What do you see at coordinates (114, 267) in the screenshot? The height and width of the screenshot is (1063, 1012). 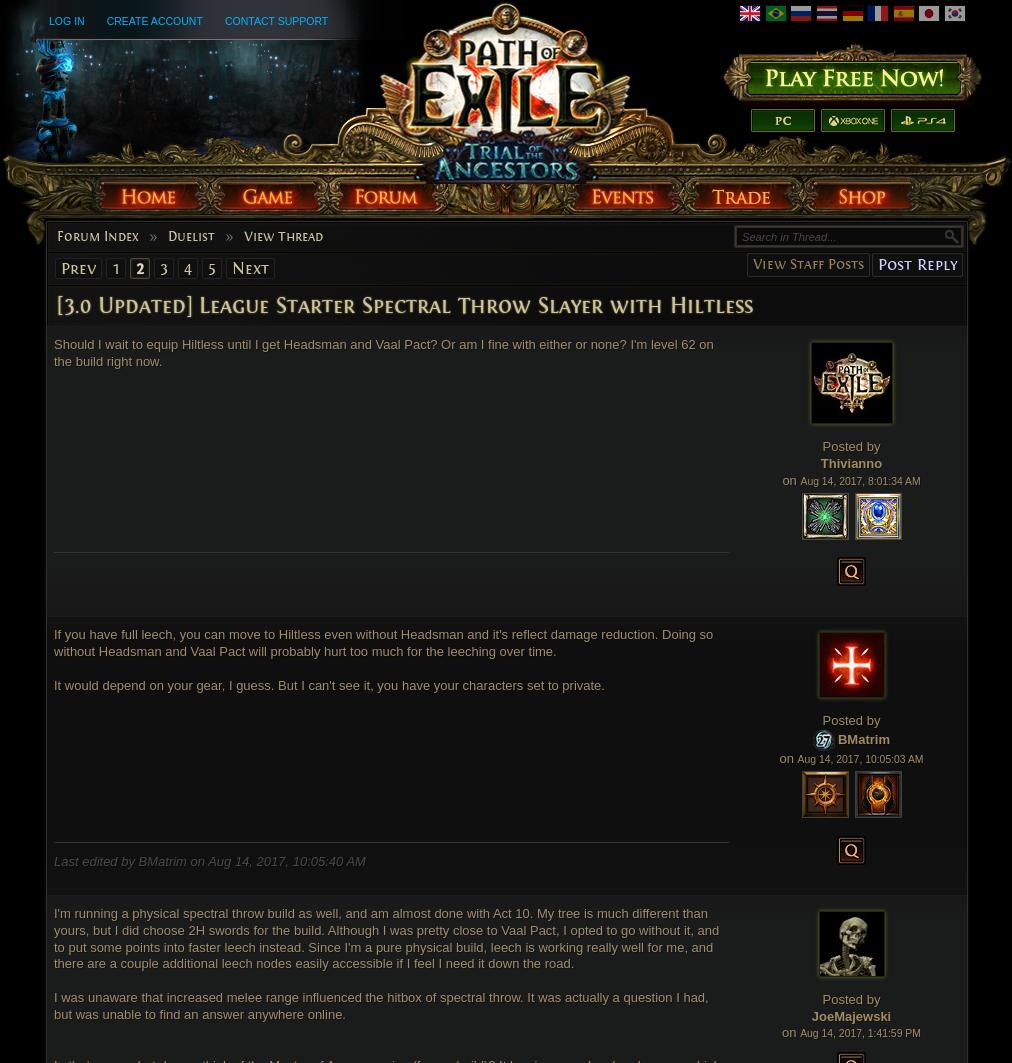 I see `'1'` at bounding box center [114, 267].